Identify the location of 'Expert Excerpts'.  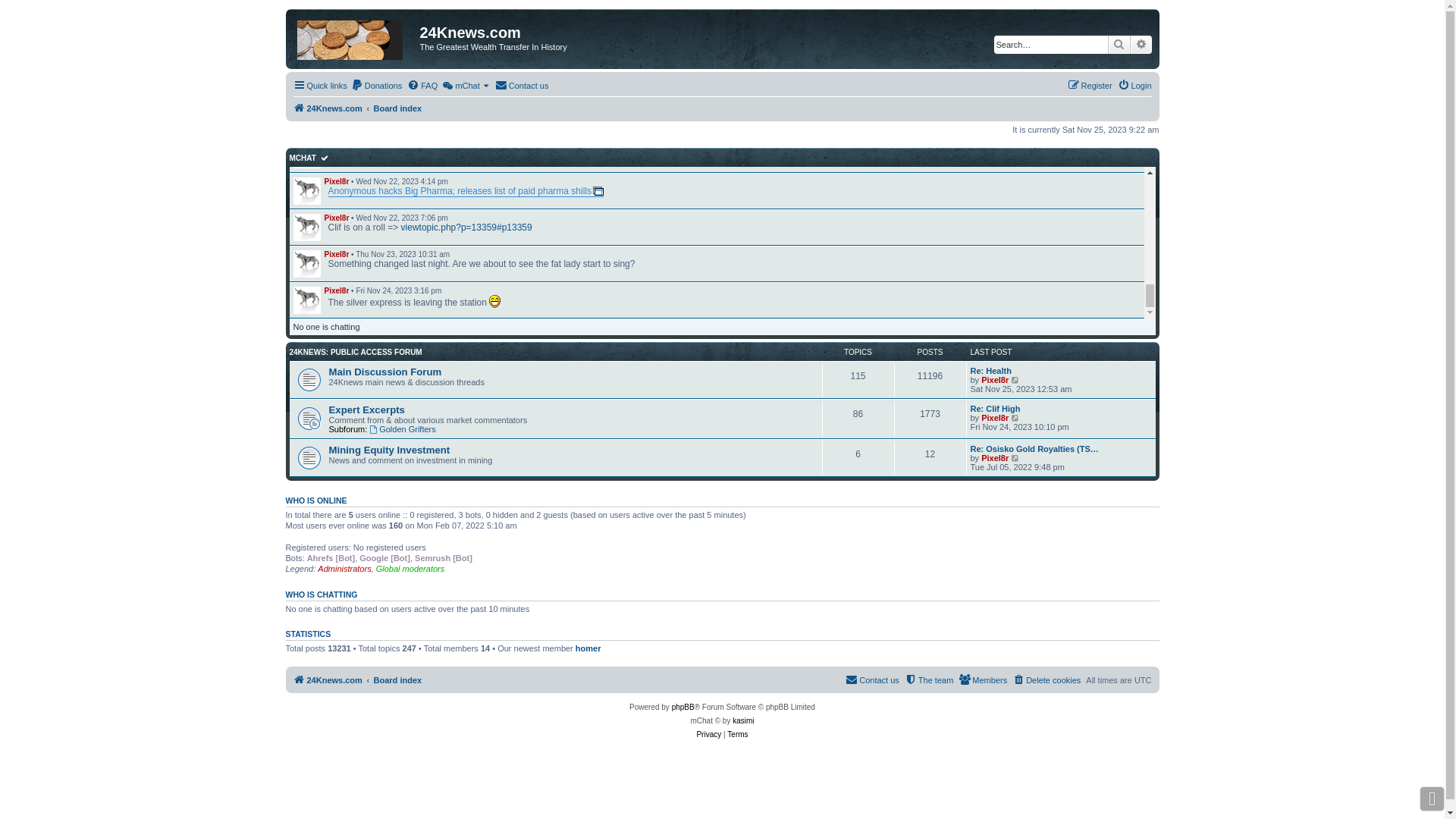
(367, 409).